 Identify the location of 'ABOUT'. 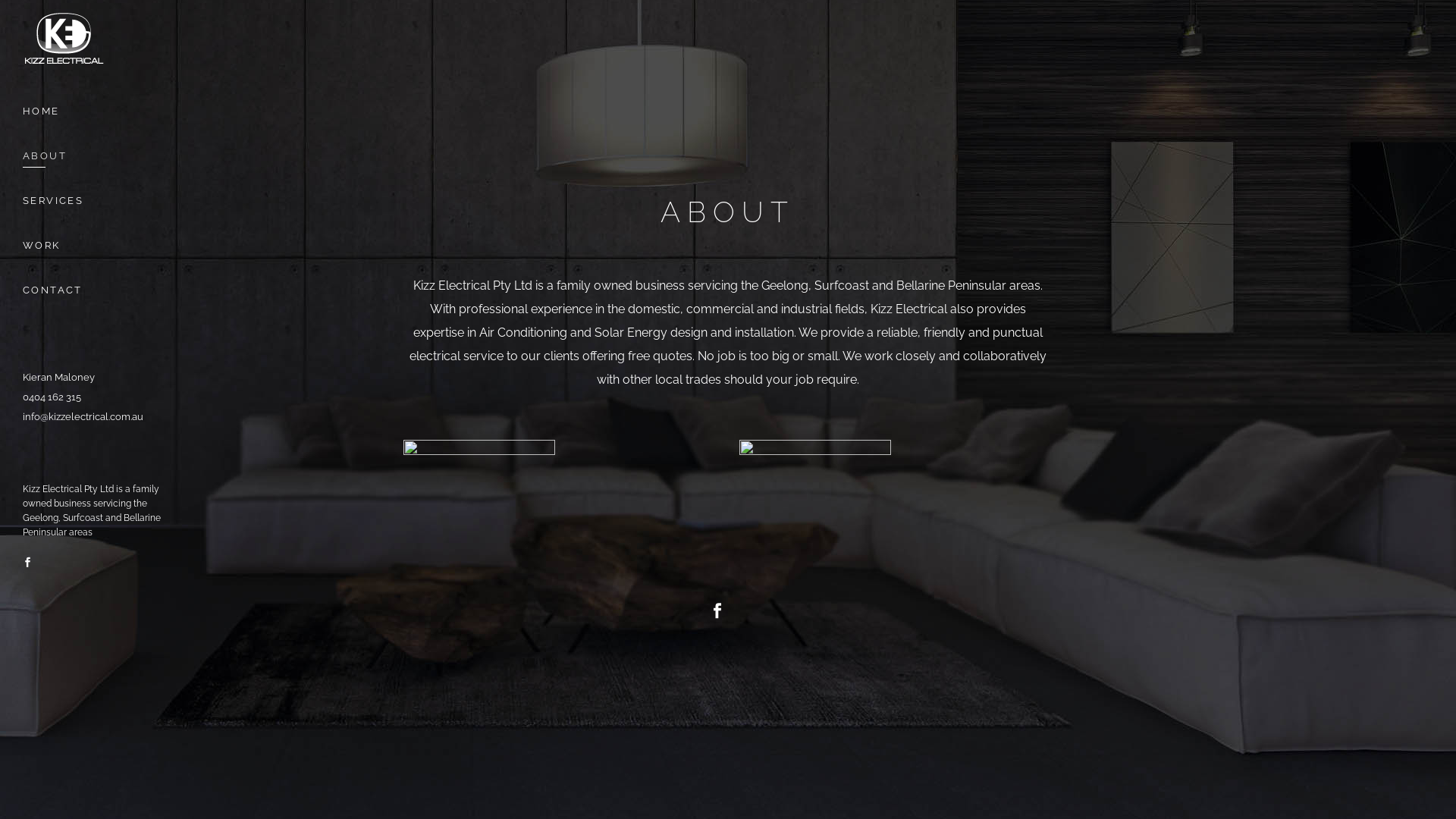
(97, 155).